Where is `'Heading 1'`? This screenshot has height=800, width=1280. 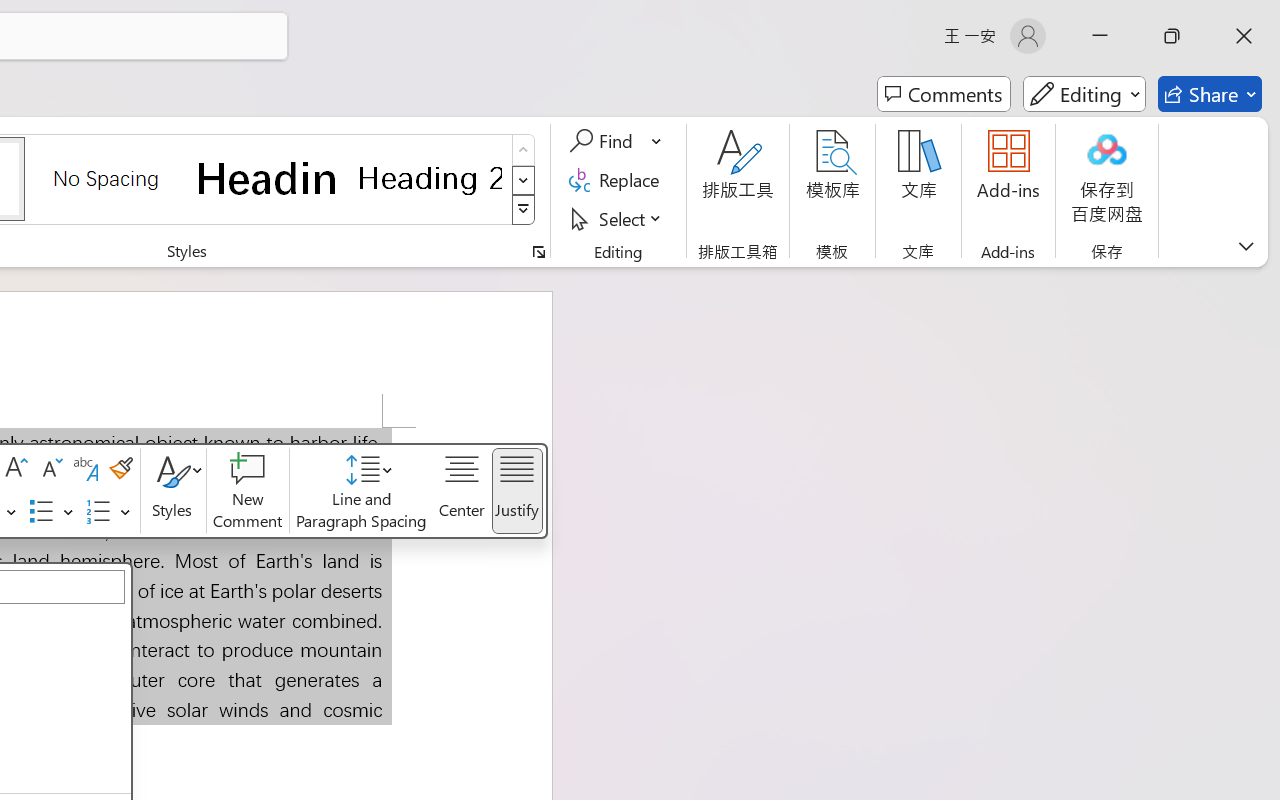 'Heading 1' is located at coordinates (267, 177).